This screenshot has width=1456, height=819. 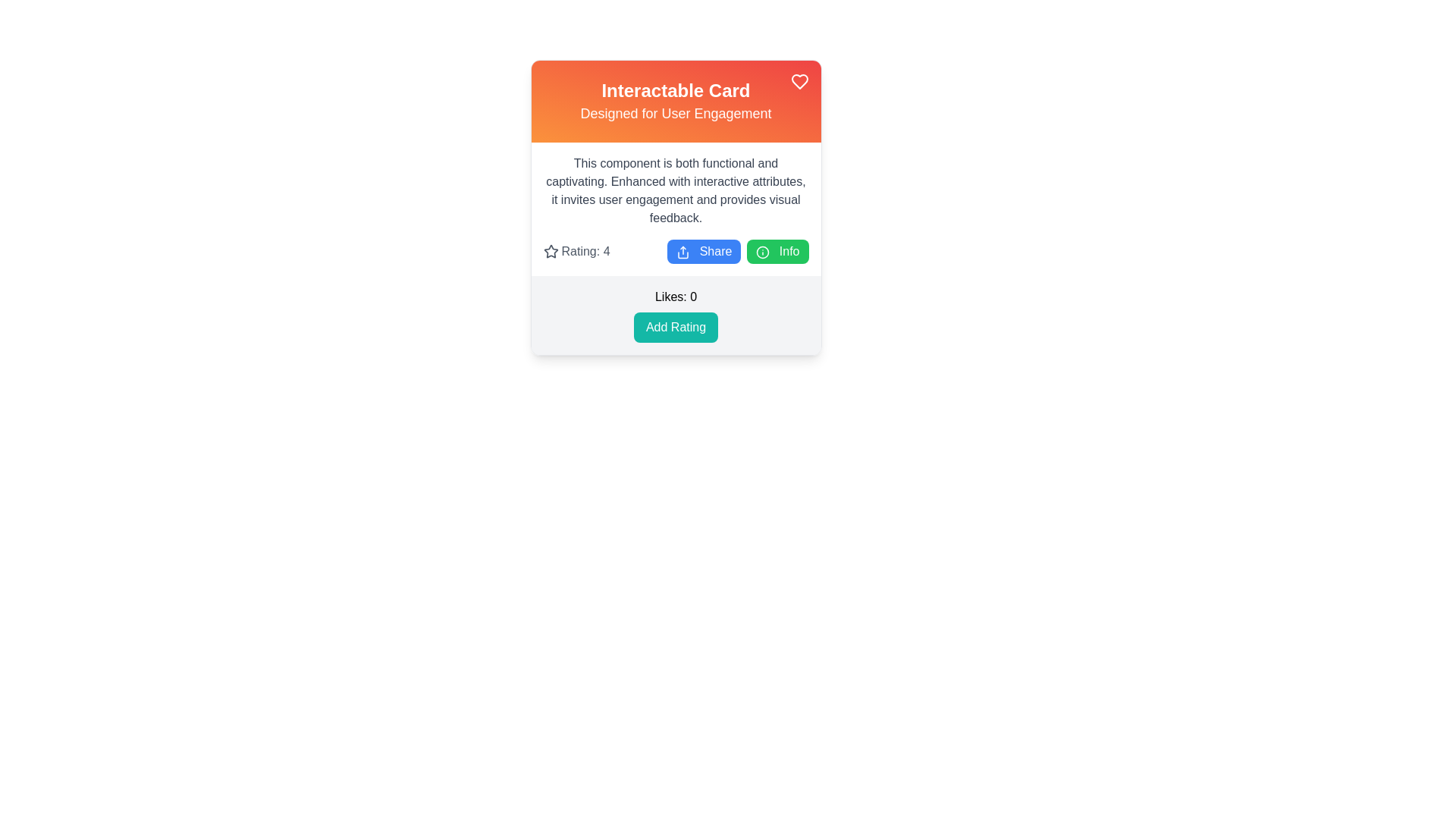 What do you see at coordinates (799, 82) in the screenshot?
I see `the heart-shaped icon with a red fill` at bounding box center [799, 82].